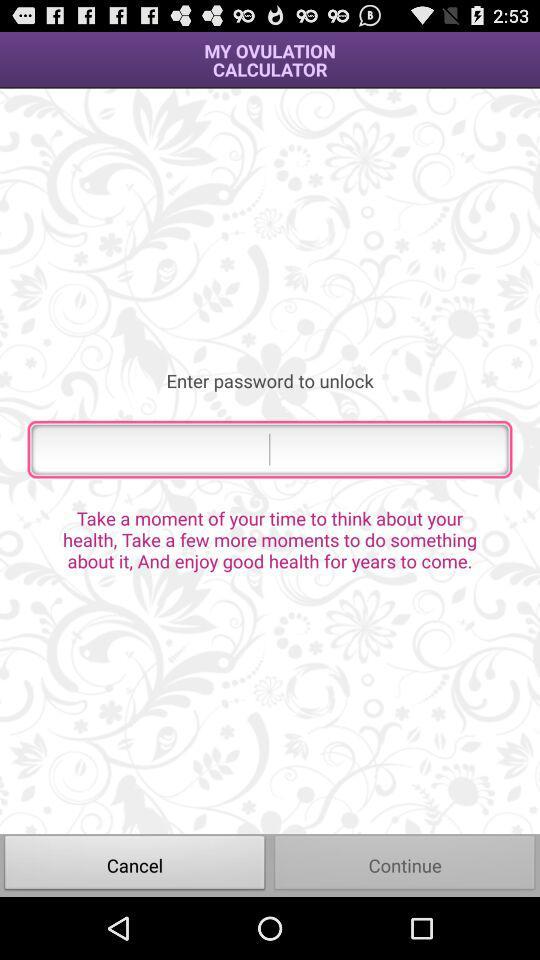  Describe the element at coordinates (405, 864) in the screenshot. I see `the button next to cancel button` at that location.